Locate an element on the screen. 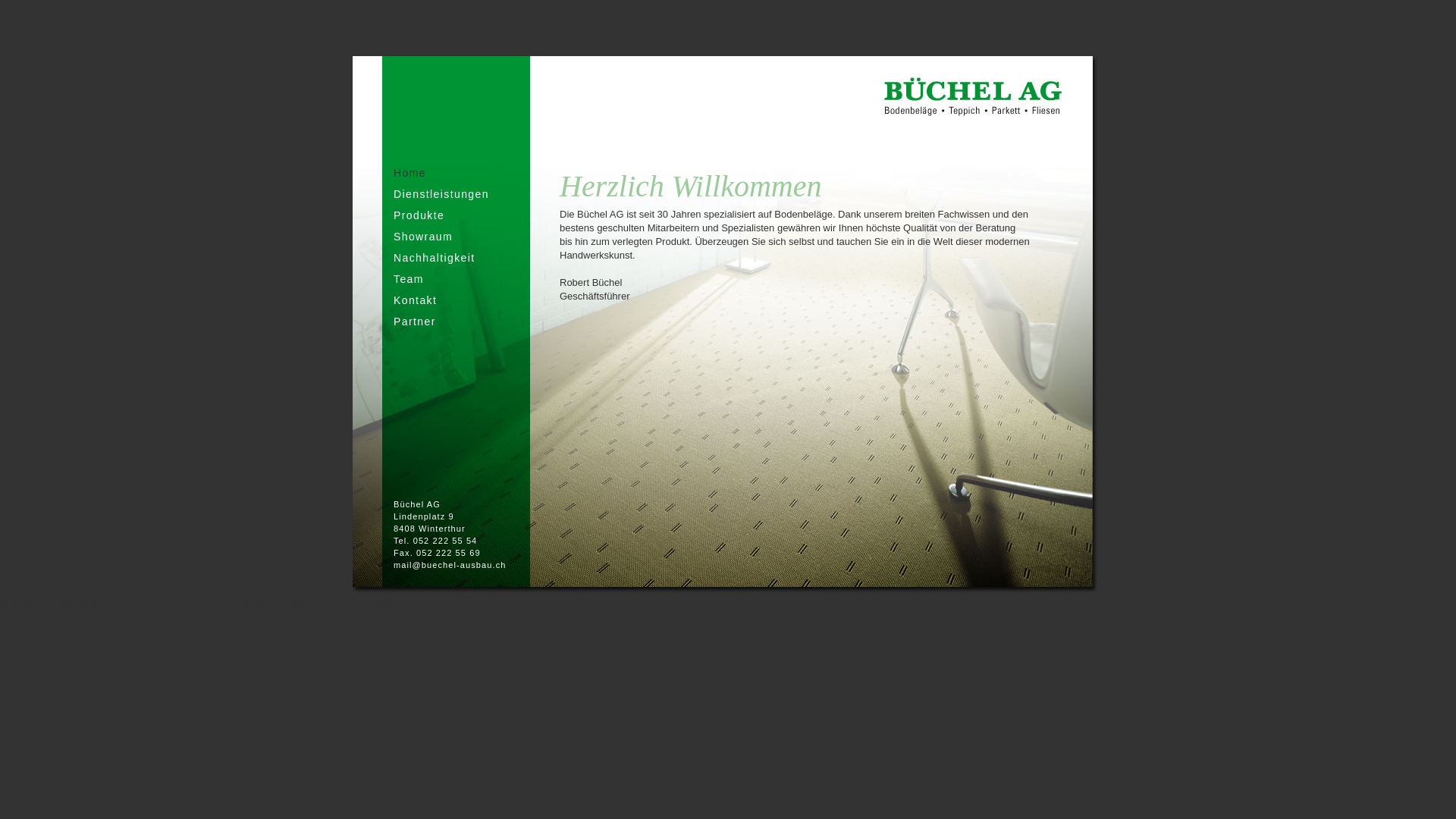  'Produkte' is located at coordinates (393, 215).